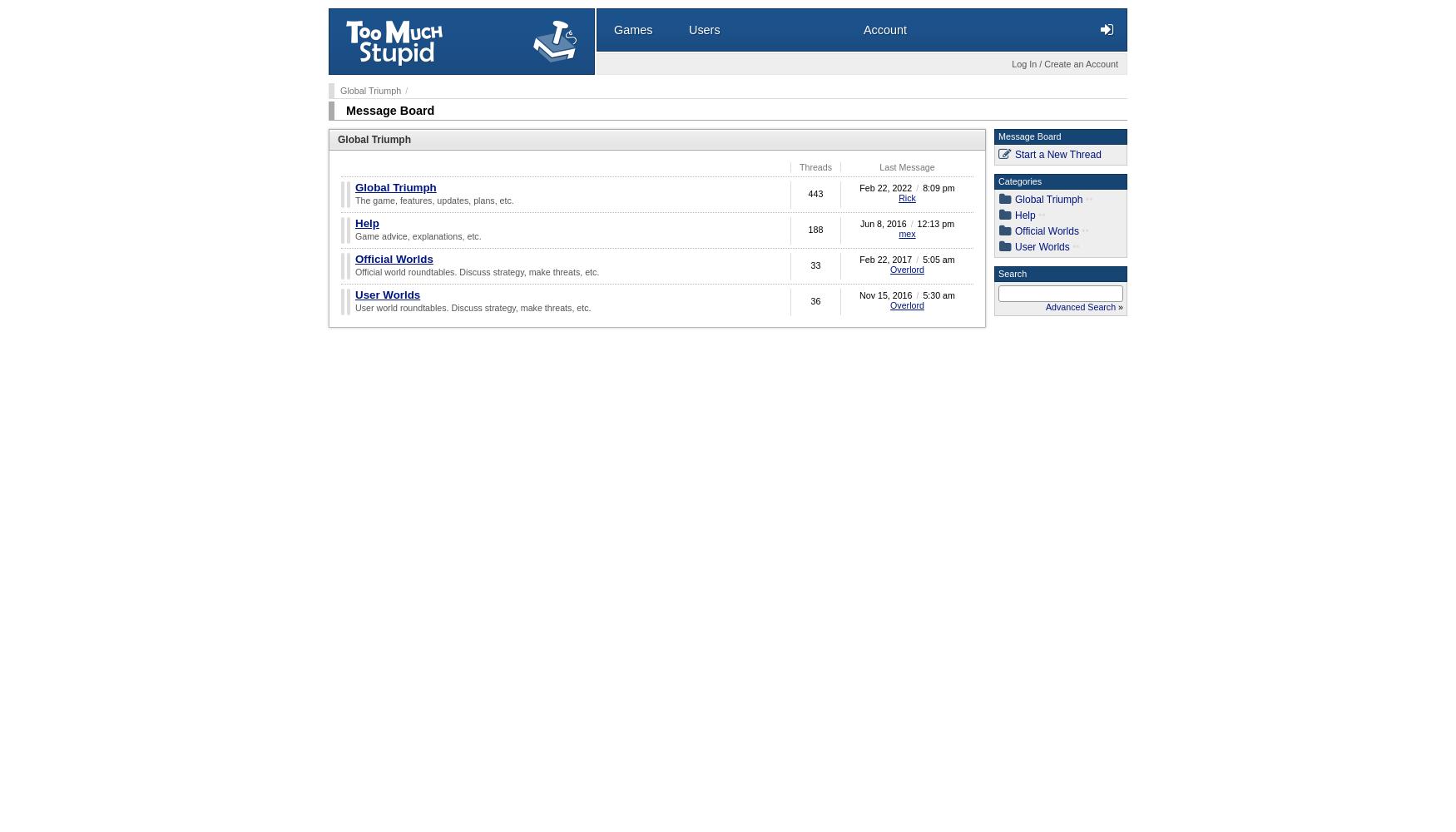 The image size is (1456, 832). I want to click on 'Feb 22, 2022', so click(859, 187).